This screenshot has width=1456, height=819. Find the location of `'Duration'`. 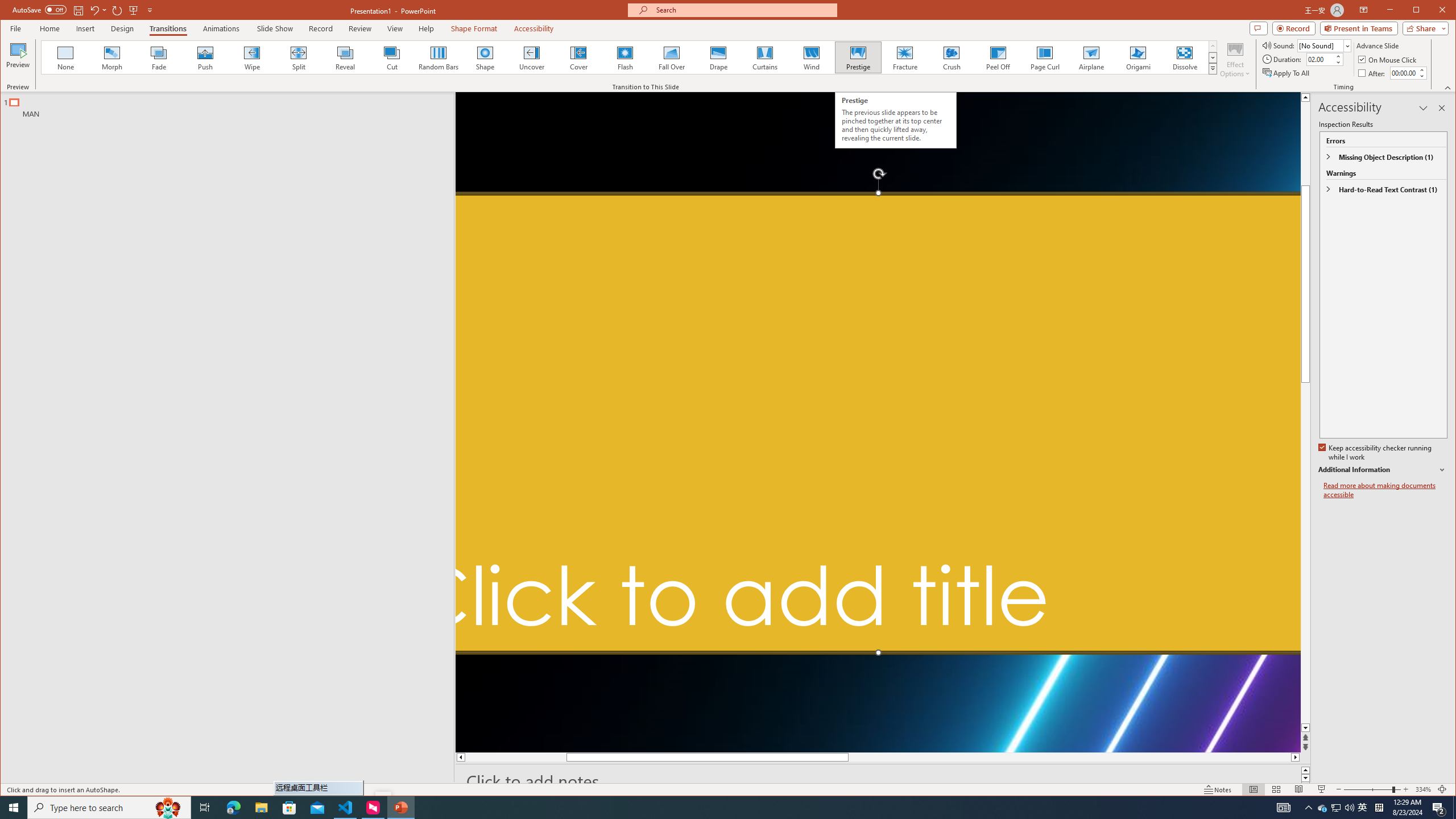

'Duration' is located at coordinates (1319, 59).